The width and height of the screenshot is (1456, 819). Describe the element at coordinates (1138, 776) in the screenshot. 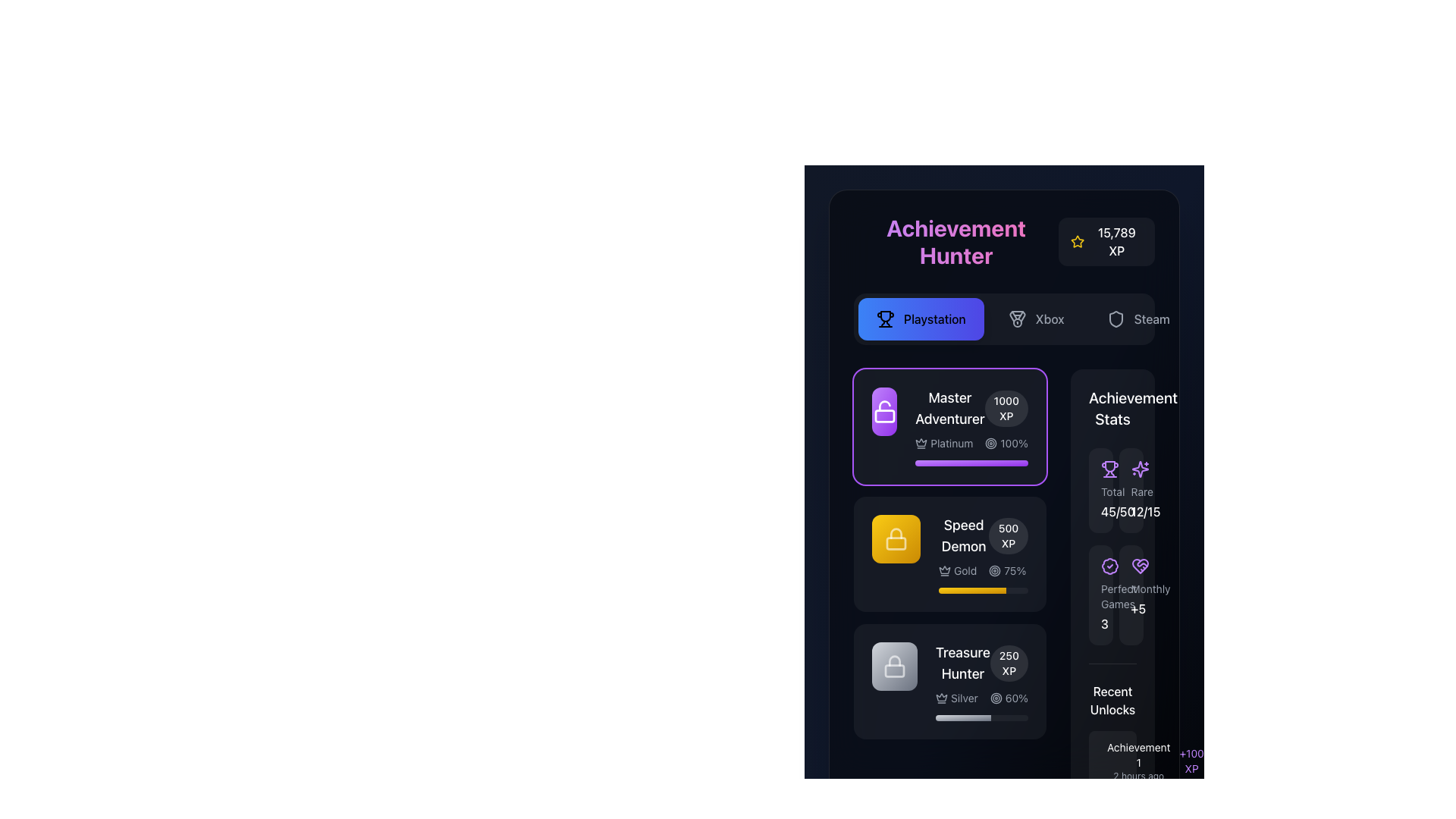

I see `the text label displaying '2 hours ago' in a small gray font, located in the 'Recent Unlocks' section below 'Achievement 1'` at that location.